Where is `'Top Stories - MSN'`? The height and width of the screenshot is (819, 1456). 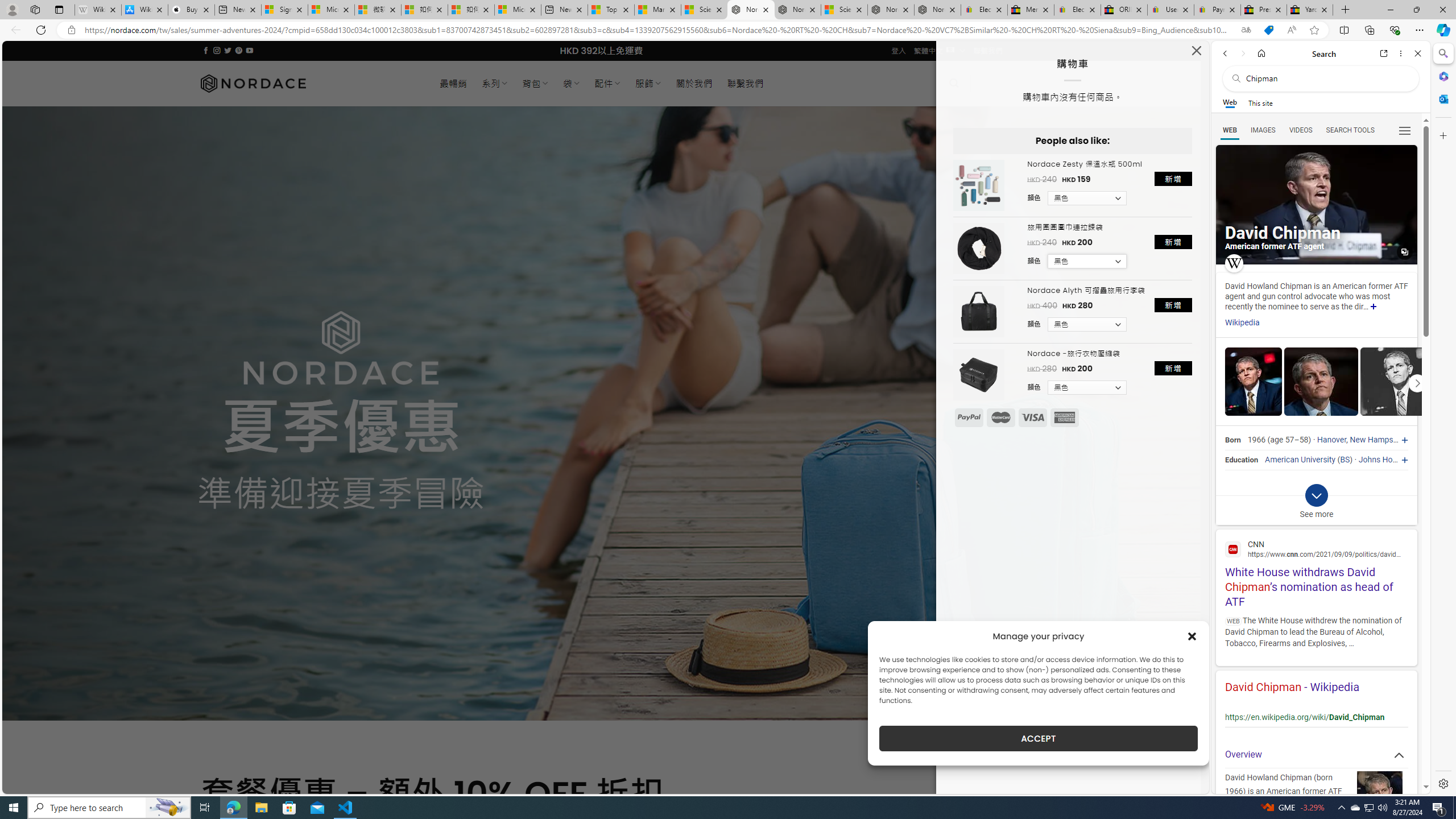
'Top Stories - MSN' is located at coordinates (610, 9).